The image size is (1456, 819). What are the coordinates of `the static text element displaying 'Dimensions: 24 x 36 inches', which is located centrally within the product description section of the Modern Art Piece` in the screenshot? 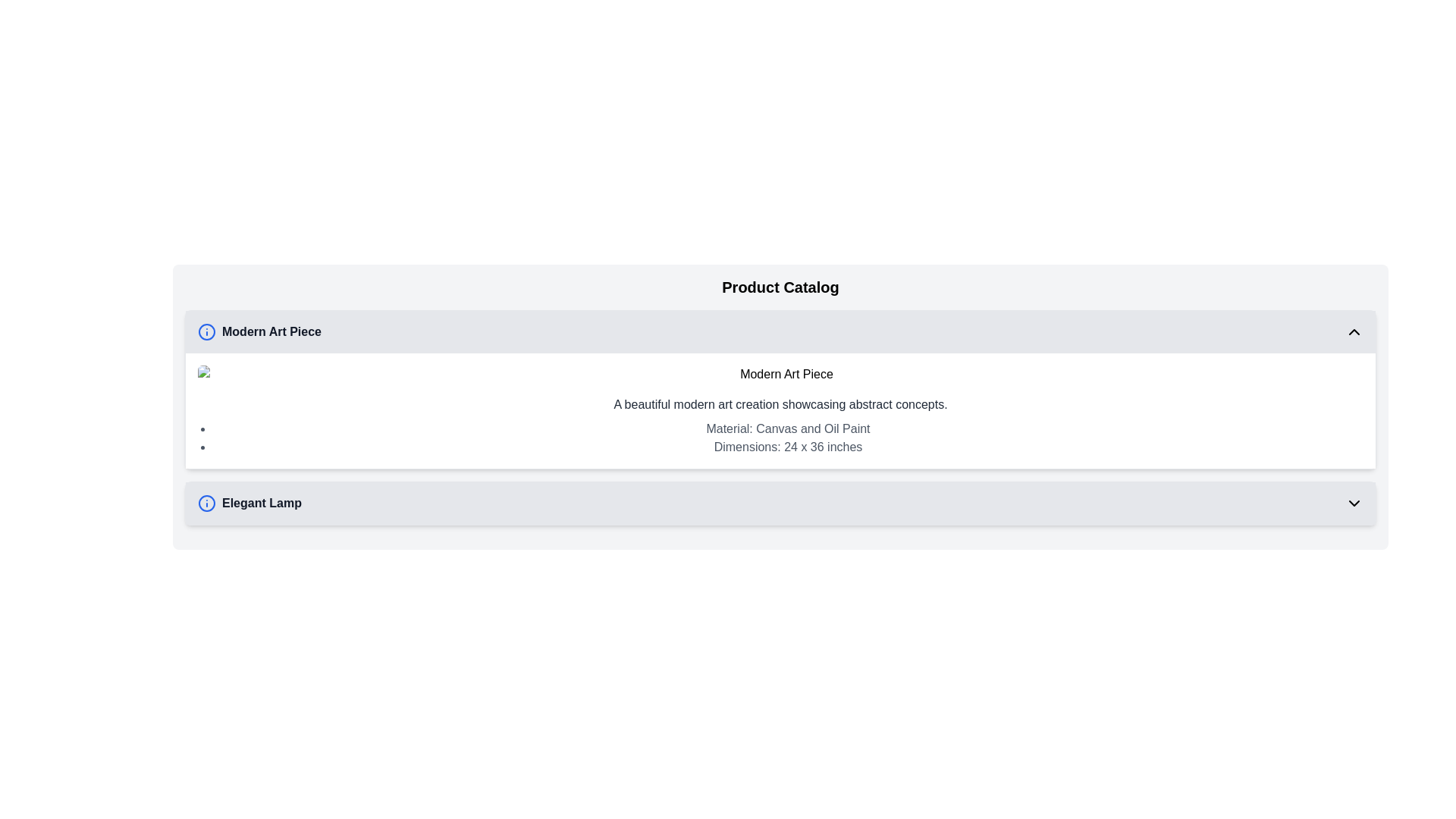 It's located at (788, 447).